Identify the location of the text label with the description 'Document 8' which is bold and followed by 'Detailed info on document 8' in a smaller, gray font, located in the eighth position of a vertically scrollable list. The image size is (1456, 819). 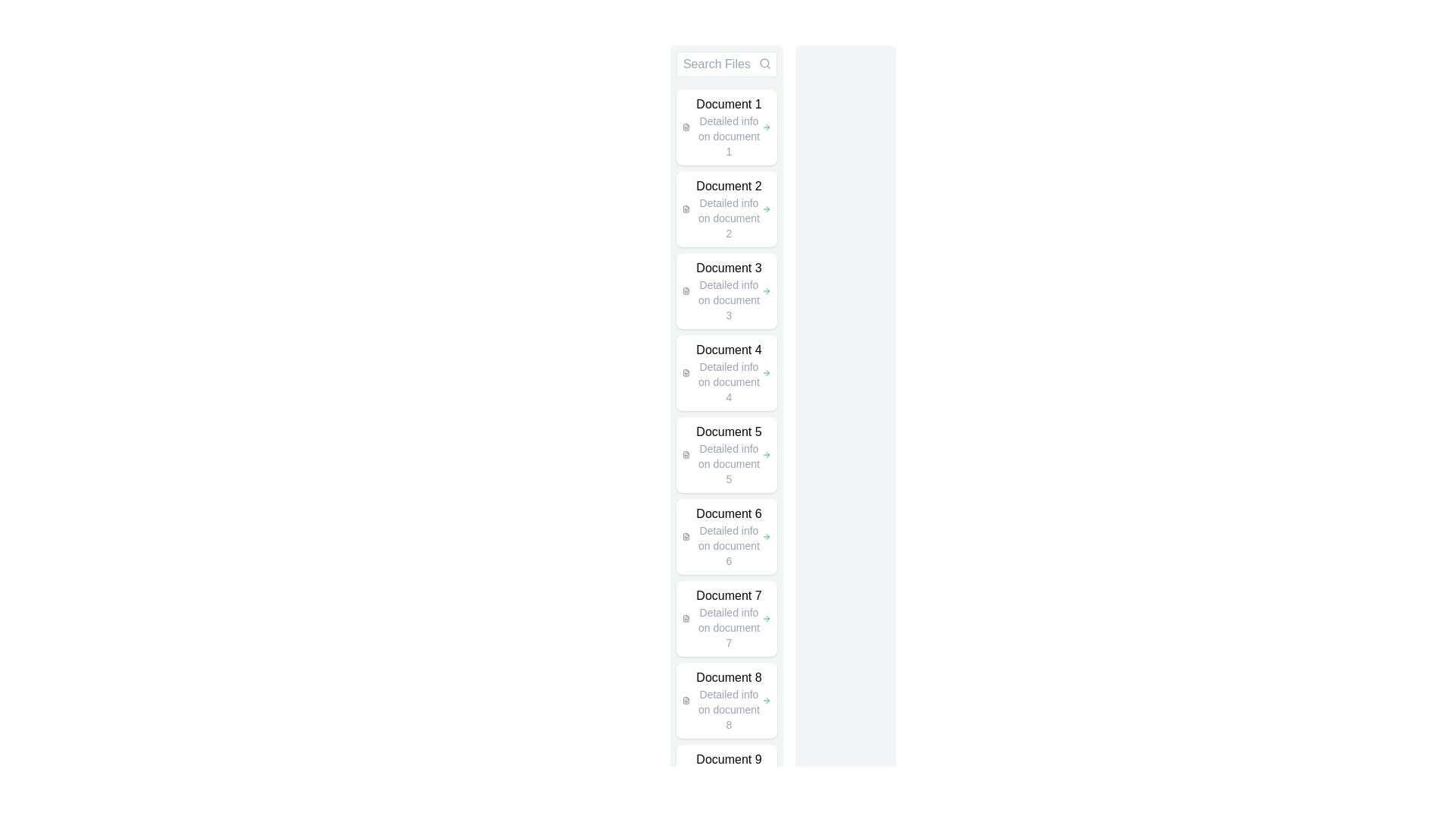
(729, 701).